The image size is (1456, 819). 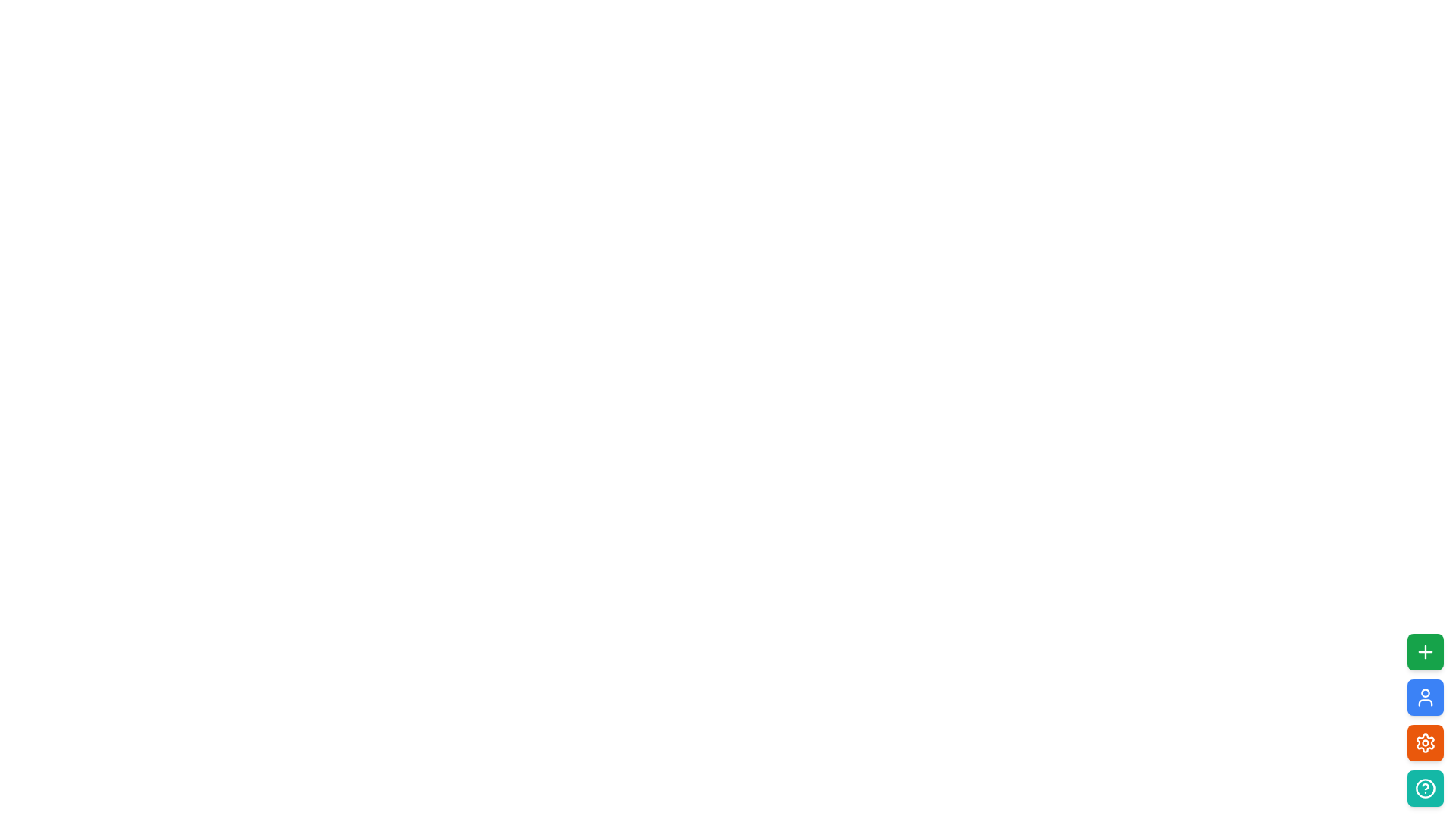 What do you see at coordinates (1425, 698) in the screenshot?
I see `the user profile button with a blue background and white icon` at bounding box center [1425, 698].